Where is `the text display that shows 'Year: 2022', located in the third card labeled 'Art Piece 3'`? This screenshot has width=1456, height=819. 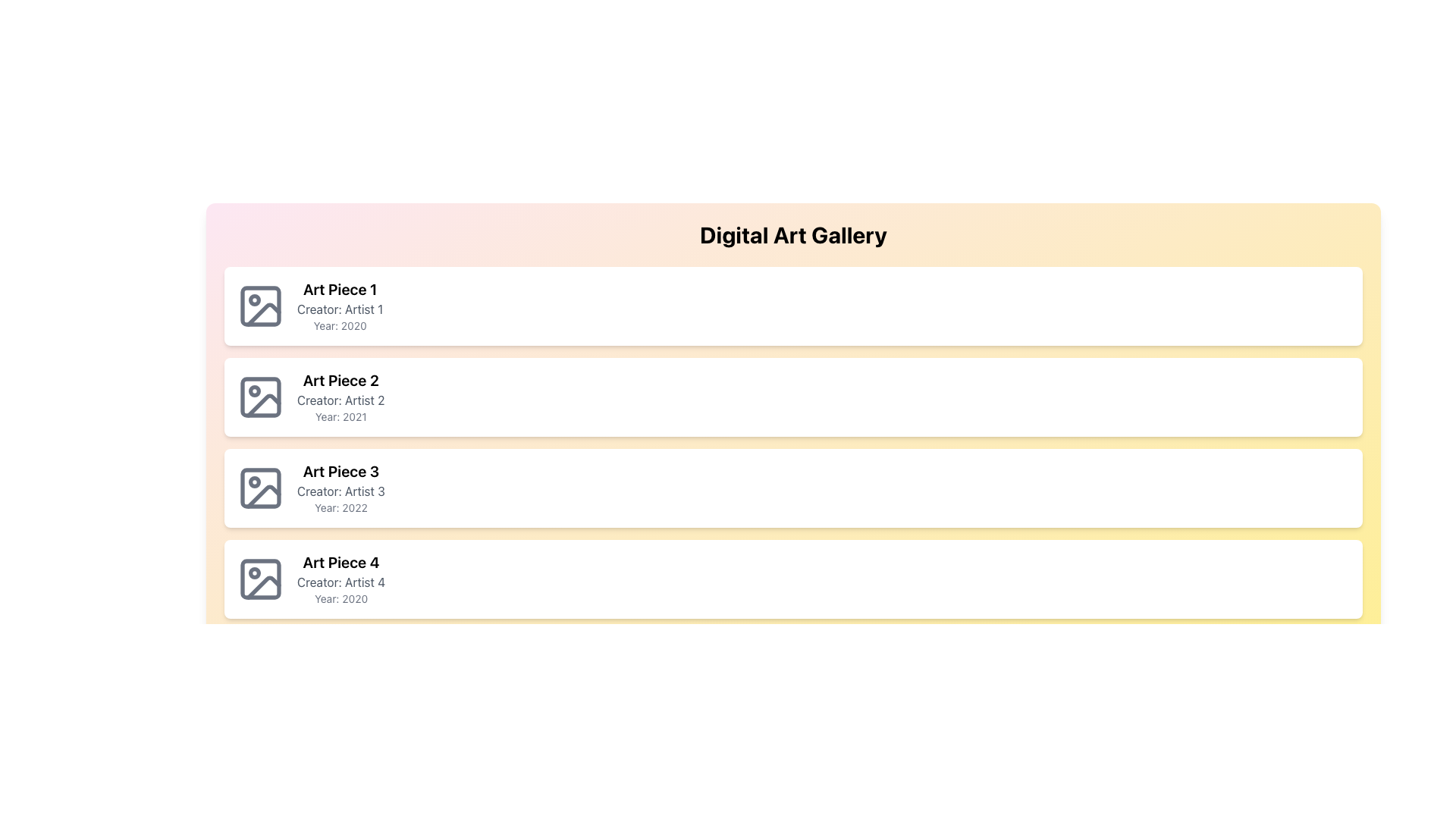
the text display that shows 'Year: 2022', located in the third card labeled 'Art Piece 3' is located at coordinates (340, 508).